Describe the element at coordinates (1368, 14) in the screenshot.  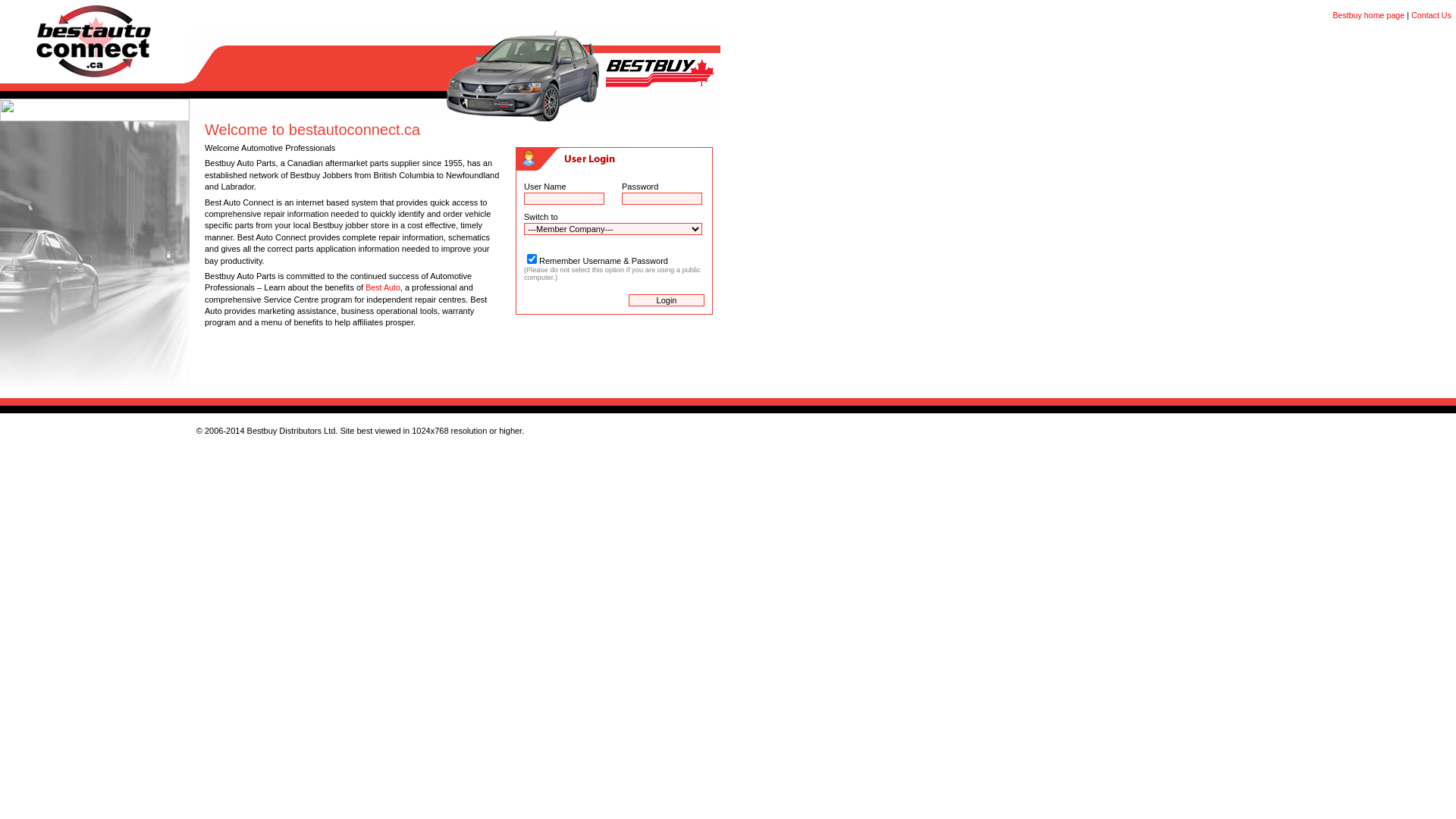
I see `'Bestbuy home page'` at that location.